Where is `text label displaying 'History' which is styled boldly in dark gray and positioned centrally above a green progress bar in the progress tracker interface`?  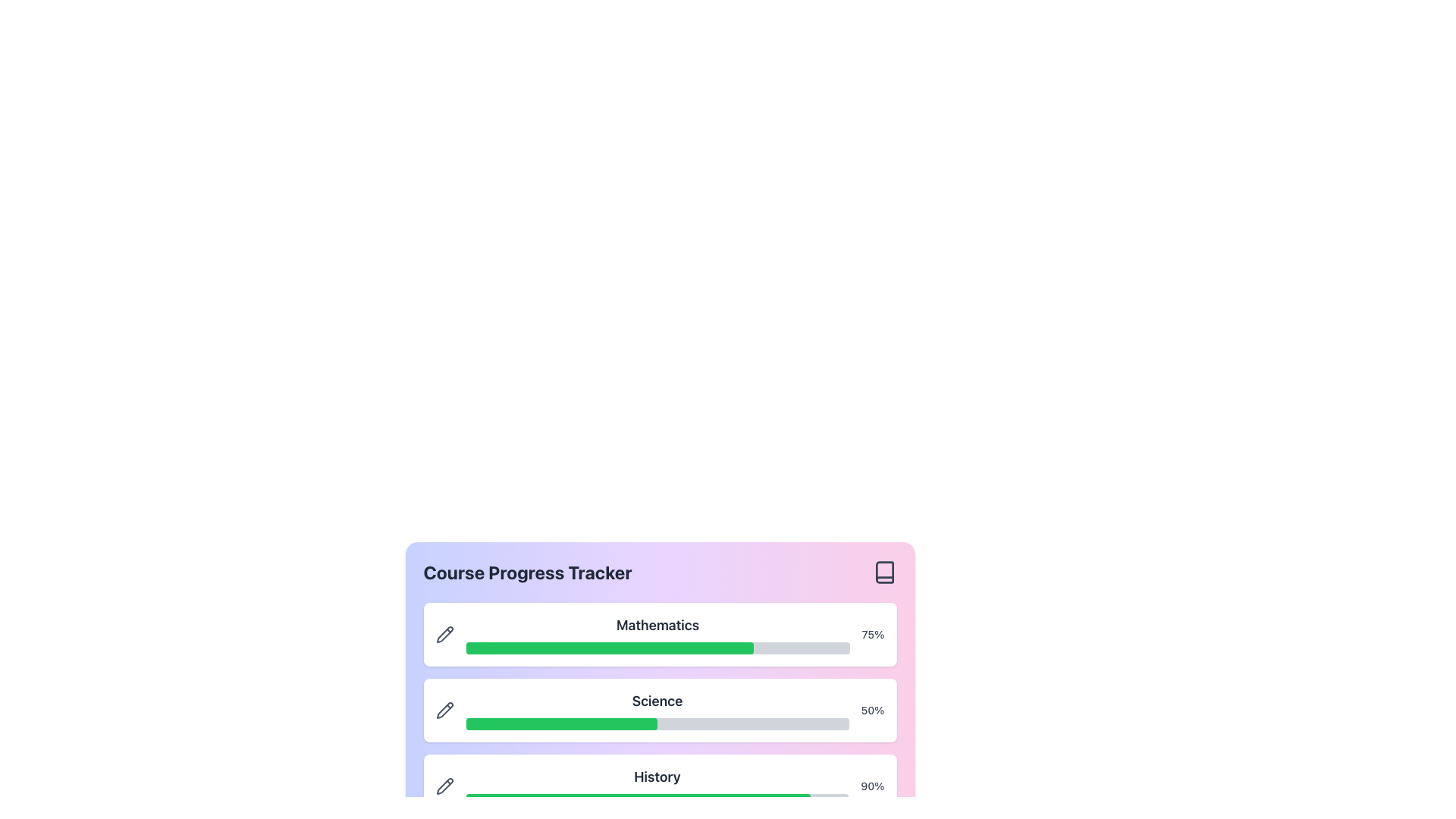 text label displaying 'History' which is styled boldly in dark gray and positioned centrally above a green progress bar in the progress tracker interface is located at coordinates (657, 777).